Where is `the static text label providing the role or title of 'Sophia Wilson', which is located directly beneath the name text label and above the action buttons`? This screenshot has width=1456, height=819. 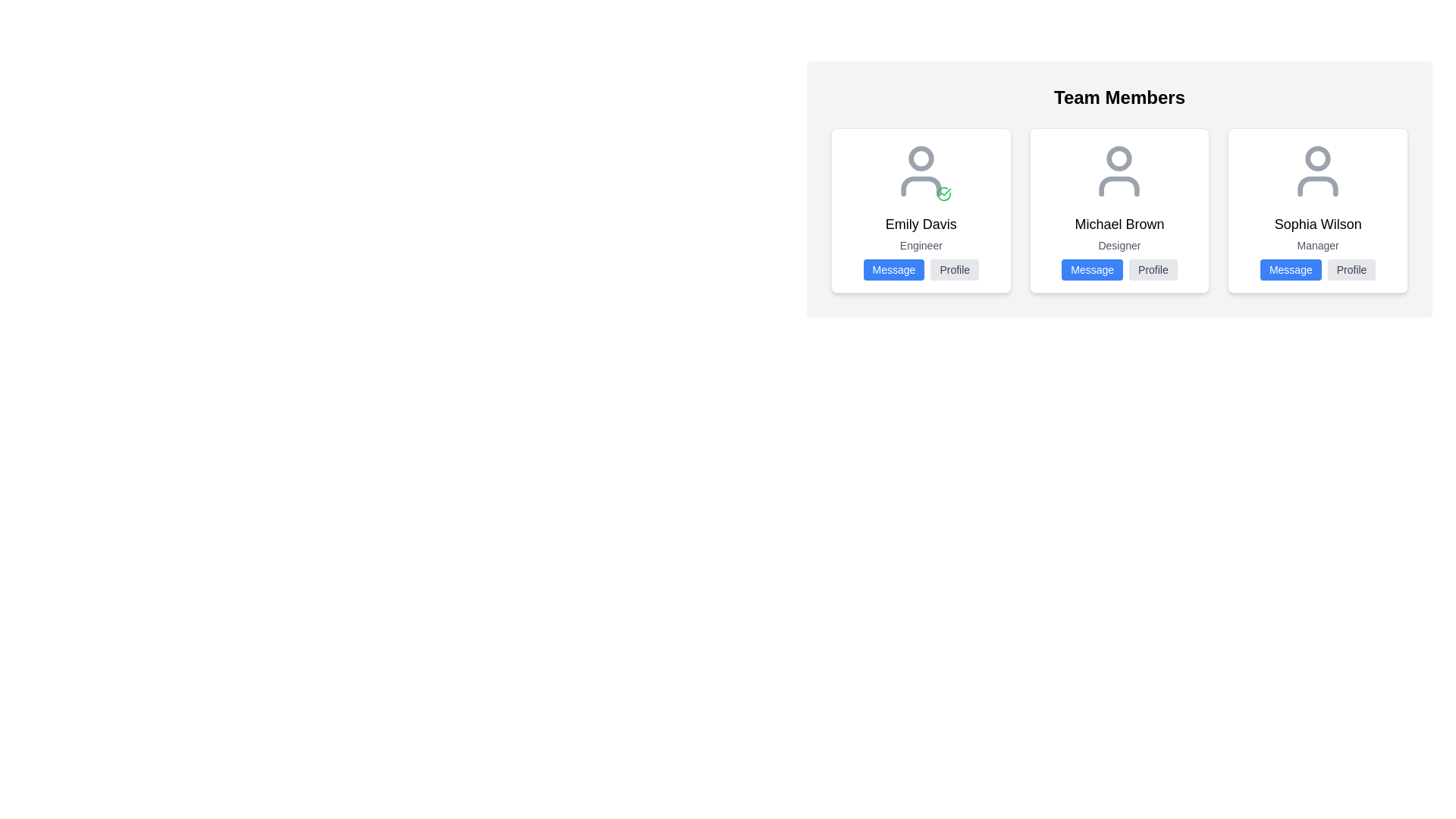
the static text label providing the role or title of 'Sophia Wilson', which is located directly beneath the name text label and above the action buttons is located at coordinates (1317, 245).